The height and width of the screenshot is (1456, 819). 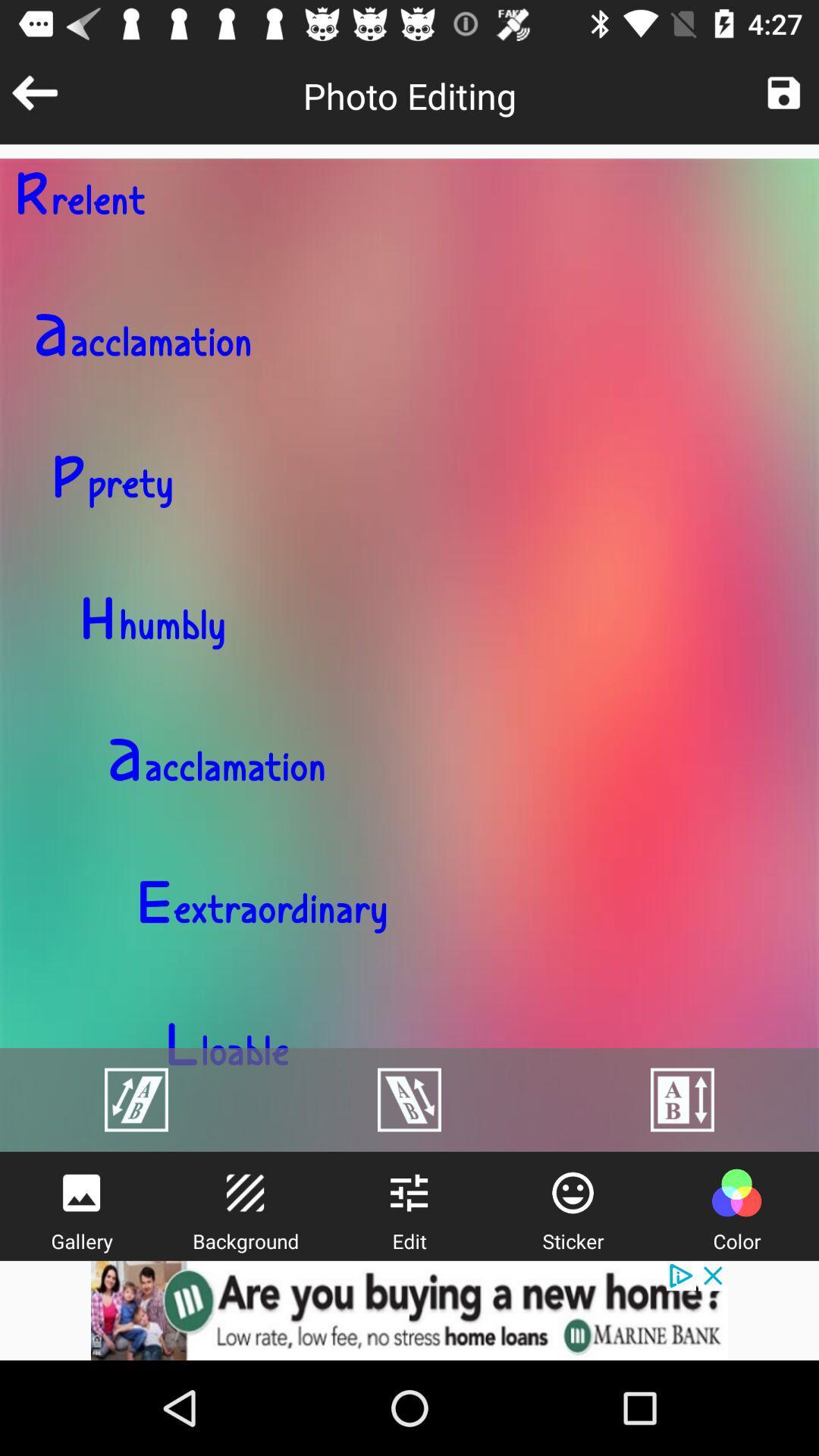 What do you see at coordinates (409, 1100) in the screenshot?
I see `align words diagonally` at bounding box center [409, 1100].